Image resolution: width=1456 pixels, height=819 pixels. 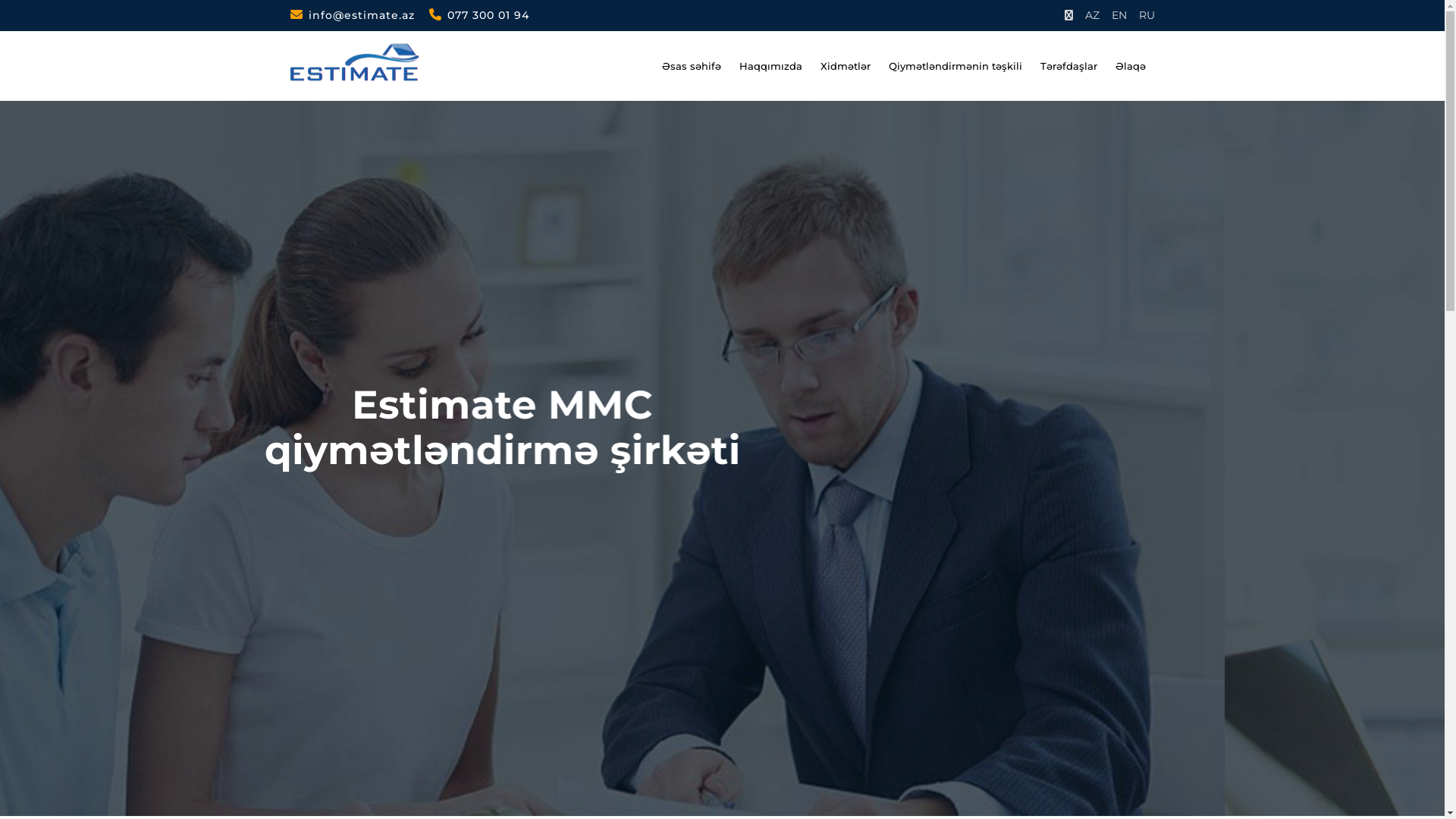 What do you see at coordinates (1119, 15) in the screenshot?
I see `'EN'` at bounding box center [1119, 15].